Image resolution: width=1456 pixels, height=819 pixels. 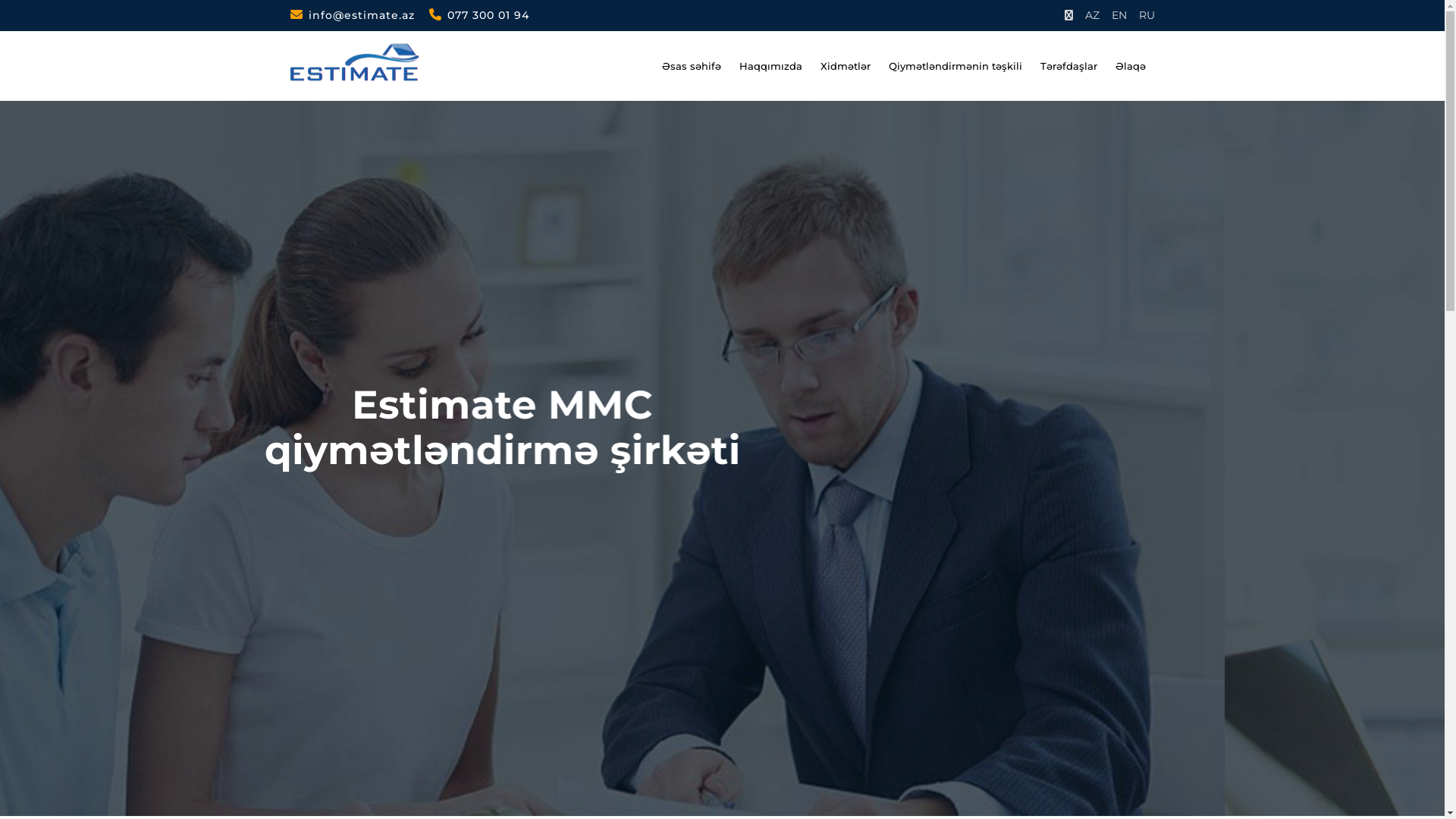 What do you see at coordinates (1119, 15) in the screenshot?
I see `'EN'` at bounding box center [1119, 15].